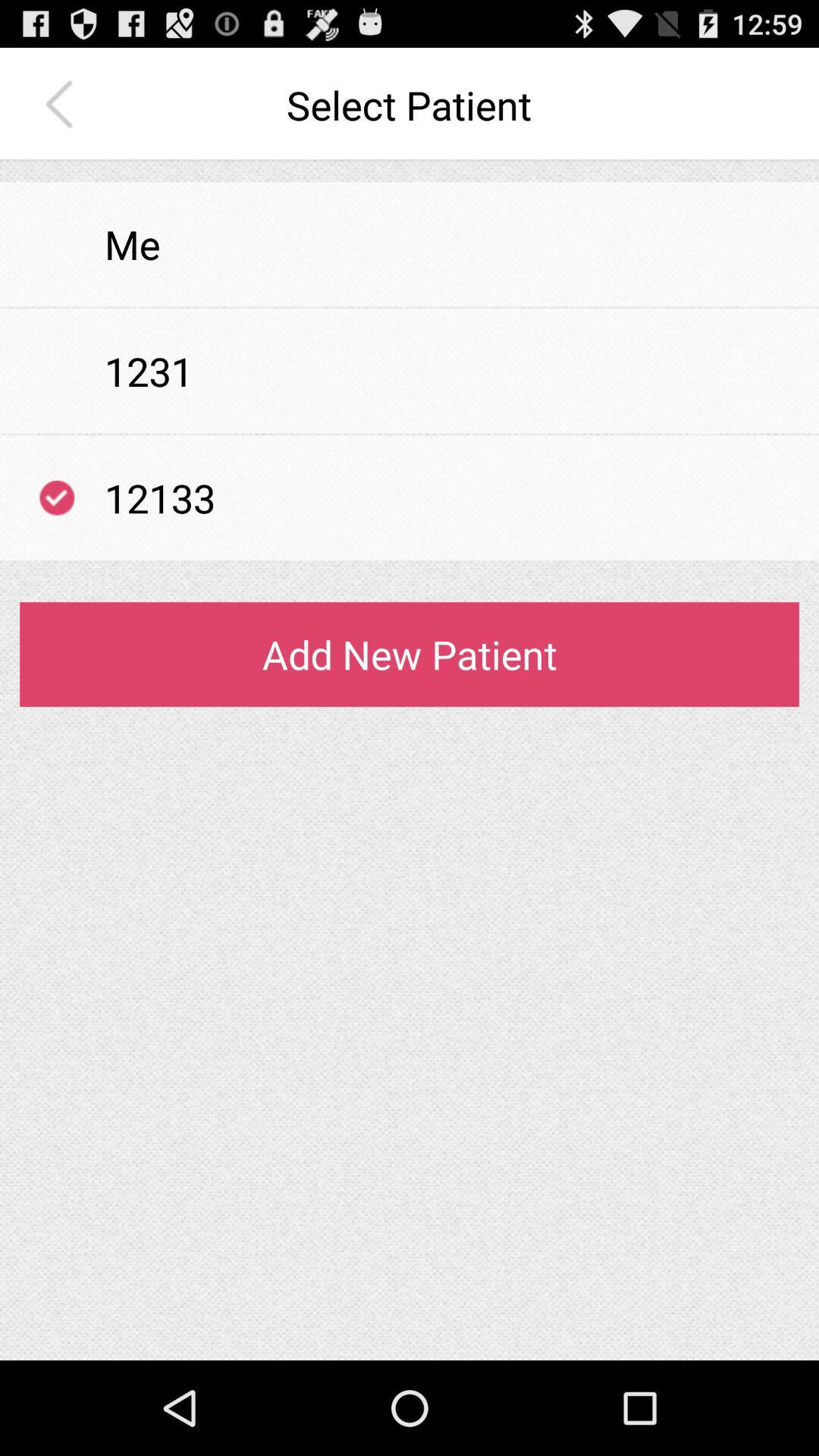  I want to click on the icon above the 12133, so click(409, 433).